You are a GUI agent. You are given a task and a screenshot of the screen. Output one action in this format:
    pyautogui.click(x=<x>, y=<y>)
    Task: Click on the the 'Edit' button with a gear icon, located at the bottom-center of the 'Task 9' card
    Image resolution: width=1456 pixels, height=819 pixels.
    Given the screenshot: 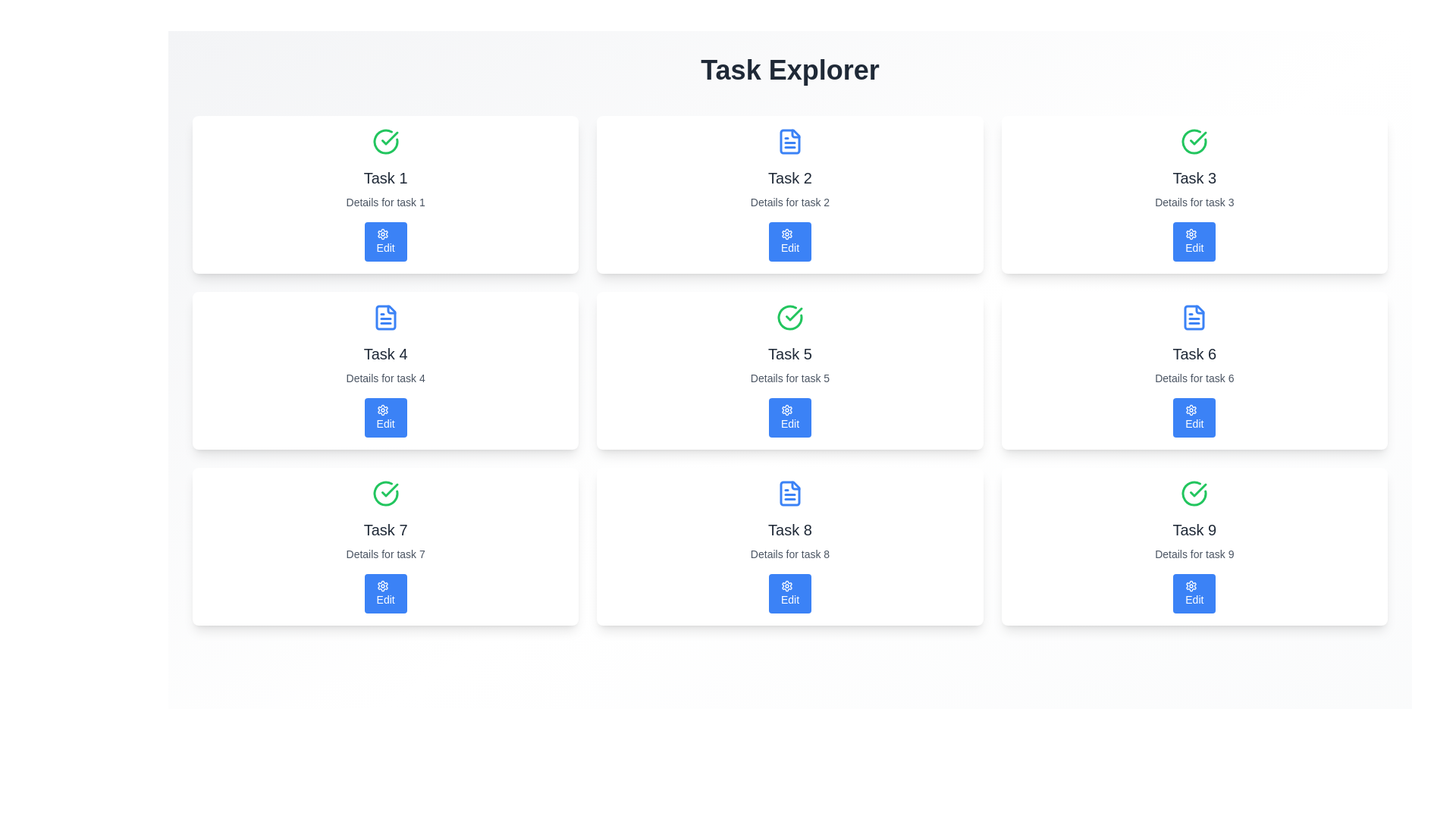 What is the action you would take?
    pyautogui.click(x=1194, y=593)
    